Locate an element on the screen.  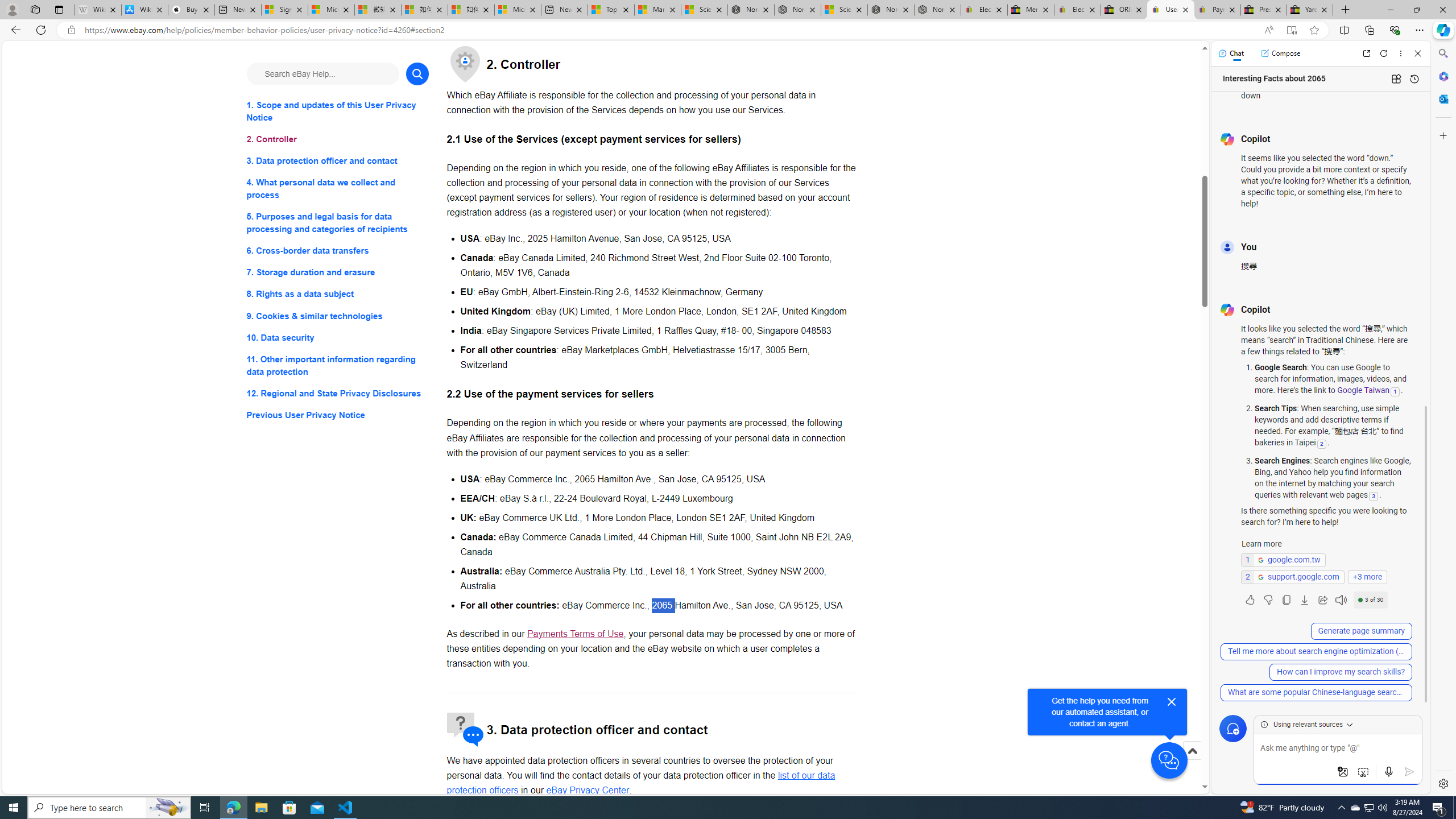
'Side bar' is located at coordinates (1443, 418).